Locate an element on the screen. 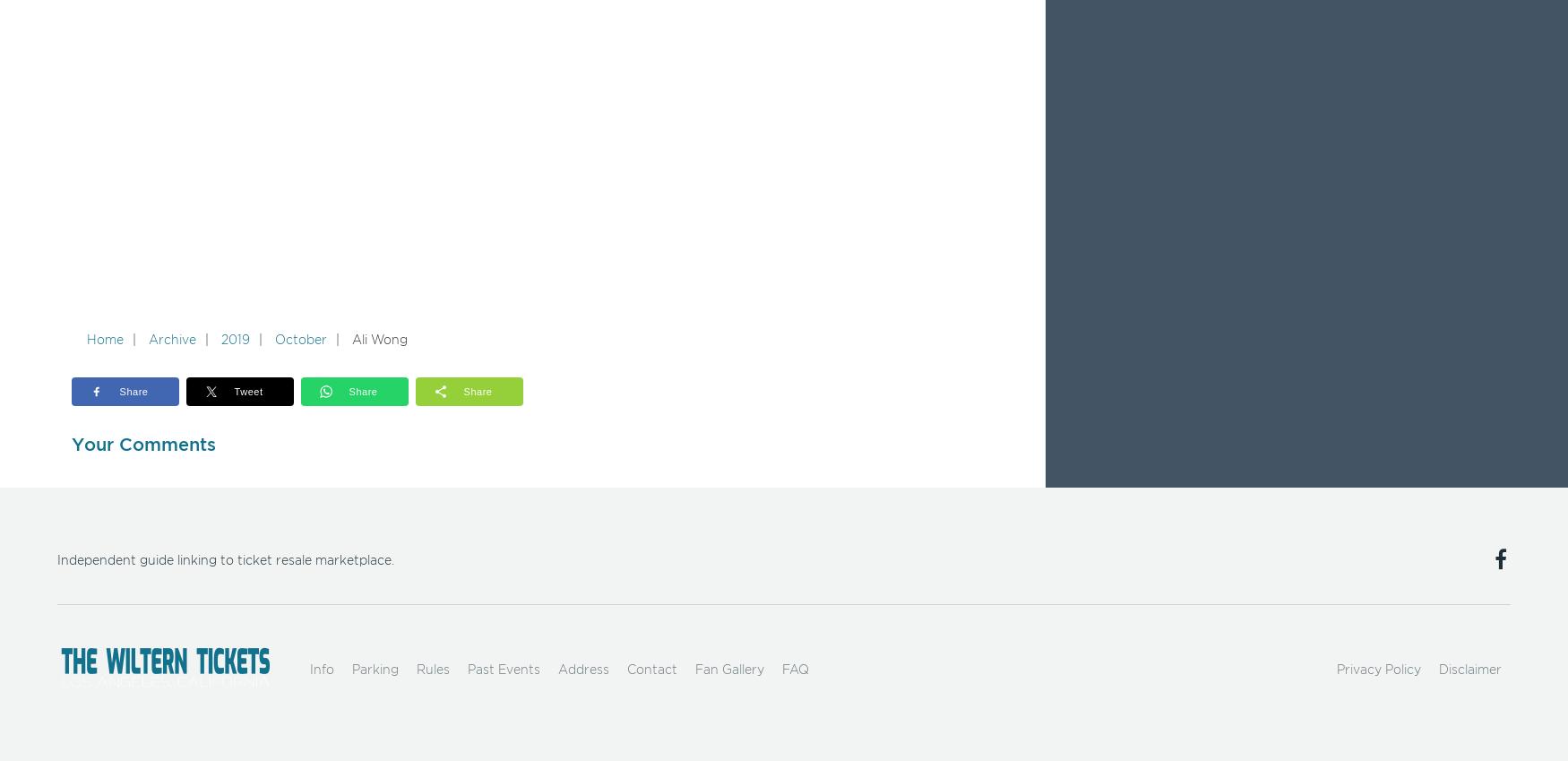 The width and height of the screenshot is (1568, 761). 'Privacy Policy' is located at coordinates (1377, 670).